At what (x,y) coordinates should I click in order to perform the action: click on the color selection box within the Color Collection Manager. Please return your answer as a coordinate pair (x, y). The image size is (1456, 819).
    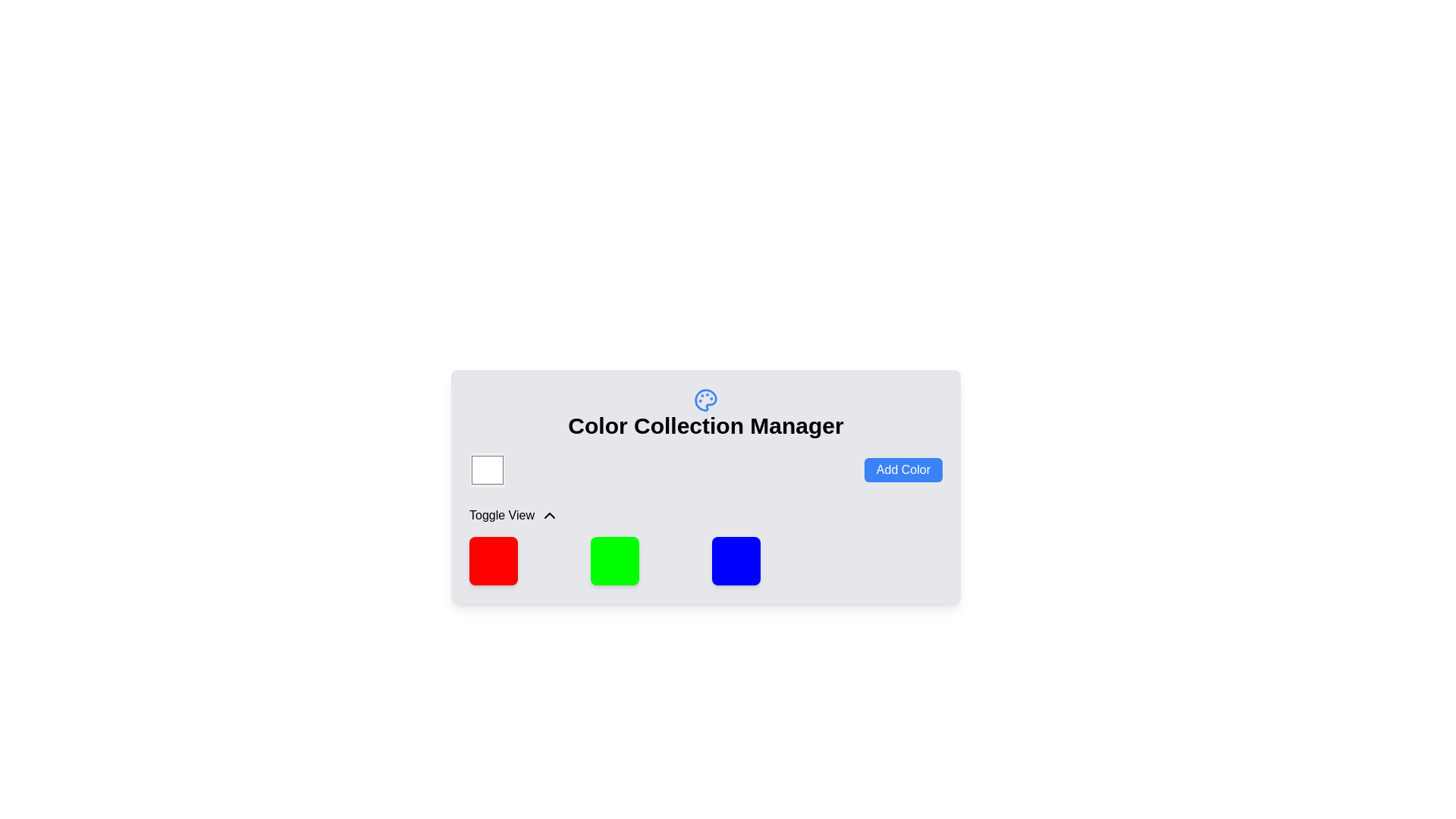
    Looking at the image, I should click on (705, 469).